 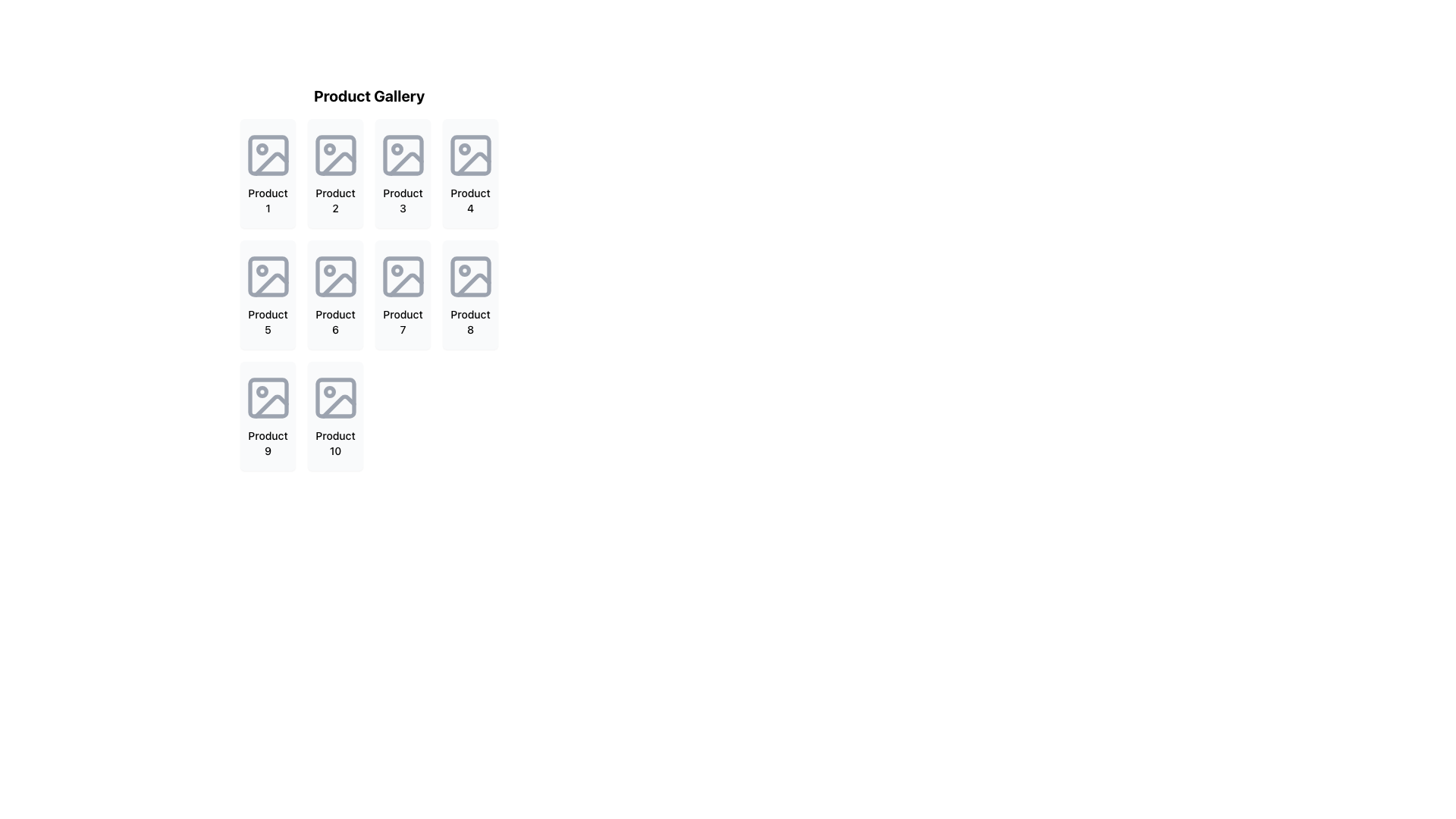 I want to click on the small circular shape within the 'Product 7' image placeholder icon located at the center of the seventh icon in a 4x3 grid layout, so click(x=397, y=270).